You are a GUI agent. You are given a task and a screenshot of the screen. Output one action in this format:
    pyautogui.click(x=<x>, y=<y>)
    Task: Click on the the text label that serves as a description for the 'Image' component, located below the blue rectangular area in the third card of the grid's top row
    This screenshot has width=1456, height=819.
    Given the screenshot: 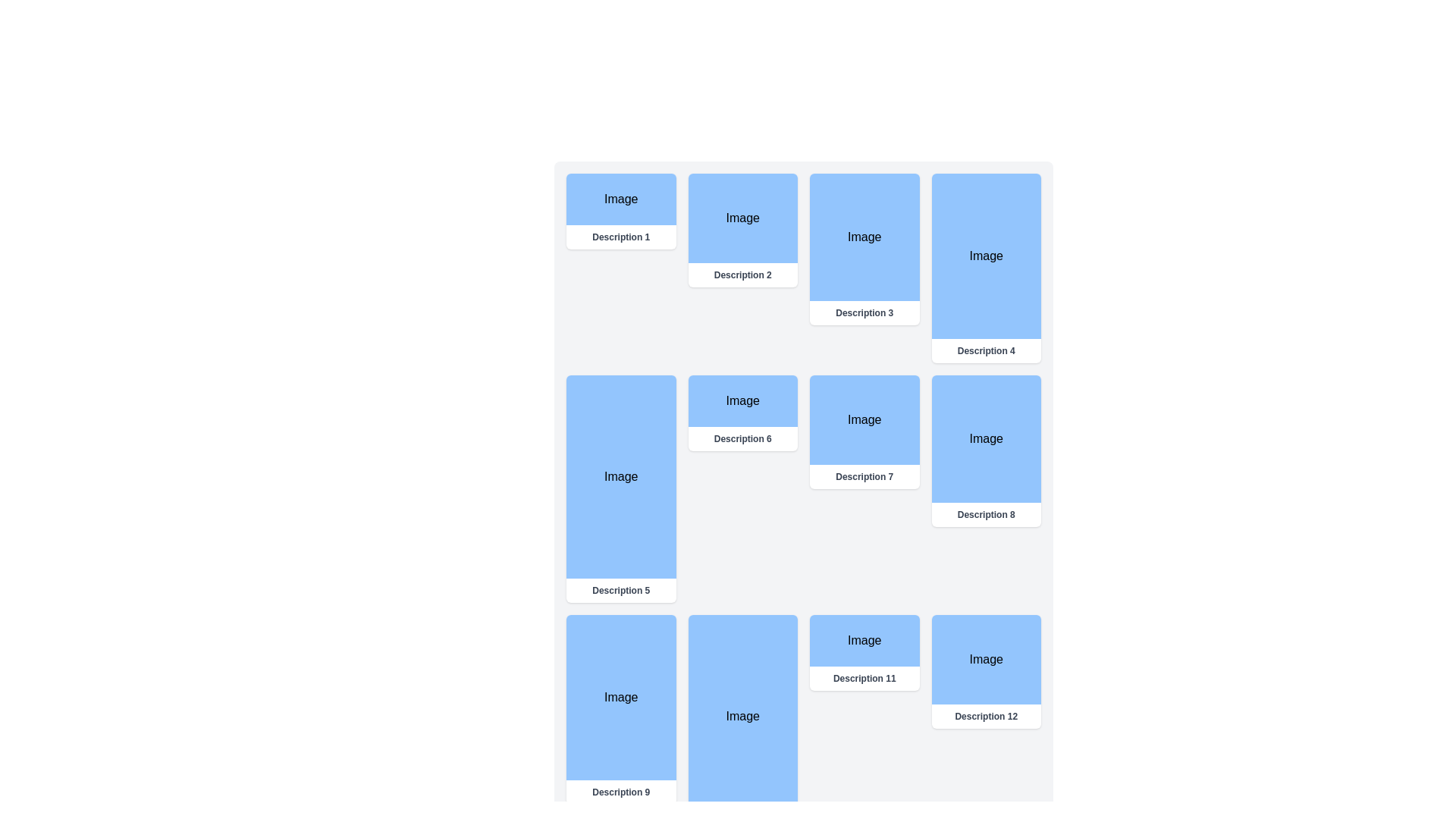 What is the action you would take?
    pyautogui.click(x=864, y=312)
    